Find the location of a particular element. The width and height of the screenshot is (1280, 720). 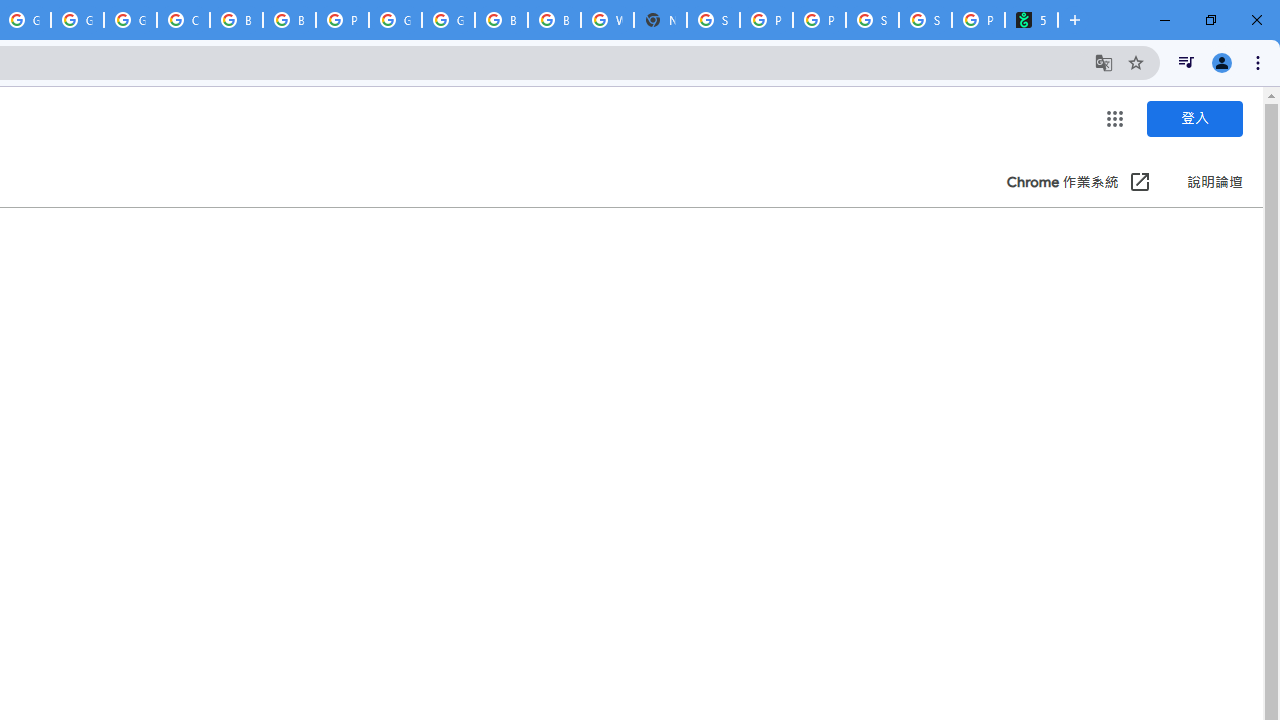

'Google Cloud Platform' is located at coordinates (395, 20).